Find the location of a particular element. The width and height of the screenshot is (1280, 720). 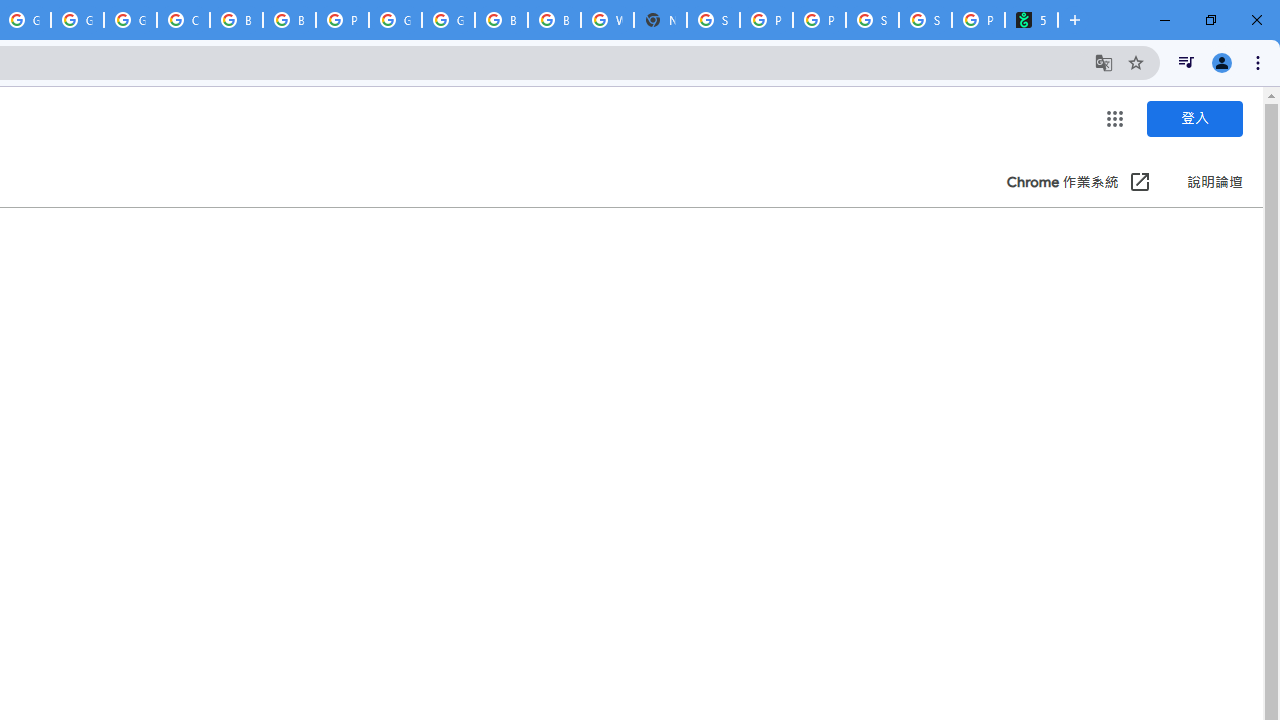

'Google Cloud Platform' is located at coordinates (395, 20).